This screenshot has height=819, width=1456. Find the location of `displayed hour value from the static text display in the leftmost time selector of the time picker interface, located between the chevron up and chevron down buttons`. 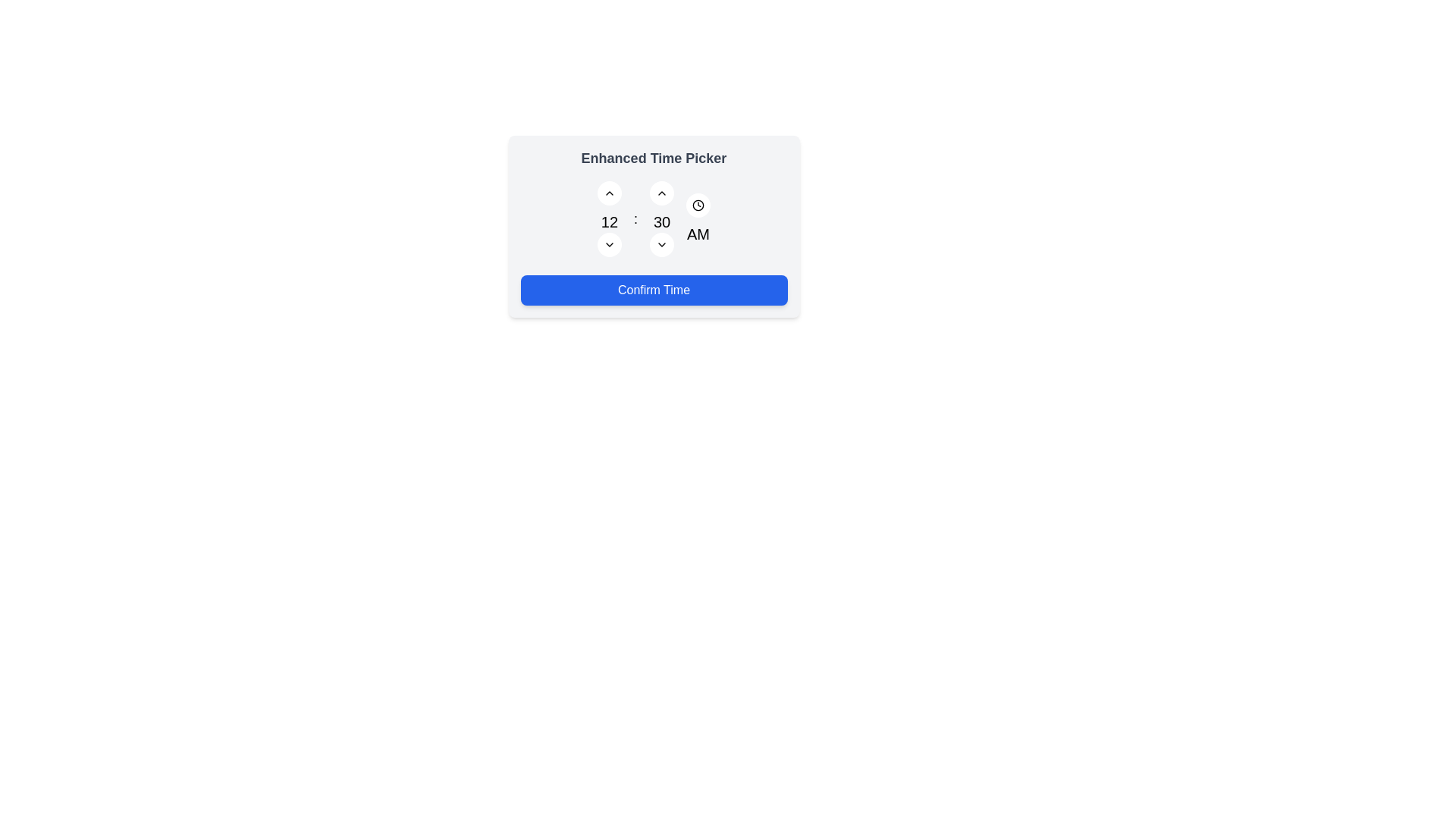

displayed hour value from the static text display in the leftmost time selector of the time picker interface, located between the chevron up and chevron down buttons is located at coordinates (609, 219).